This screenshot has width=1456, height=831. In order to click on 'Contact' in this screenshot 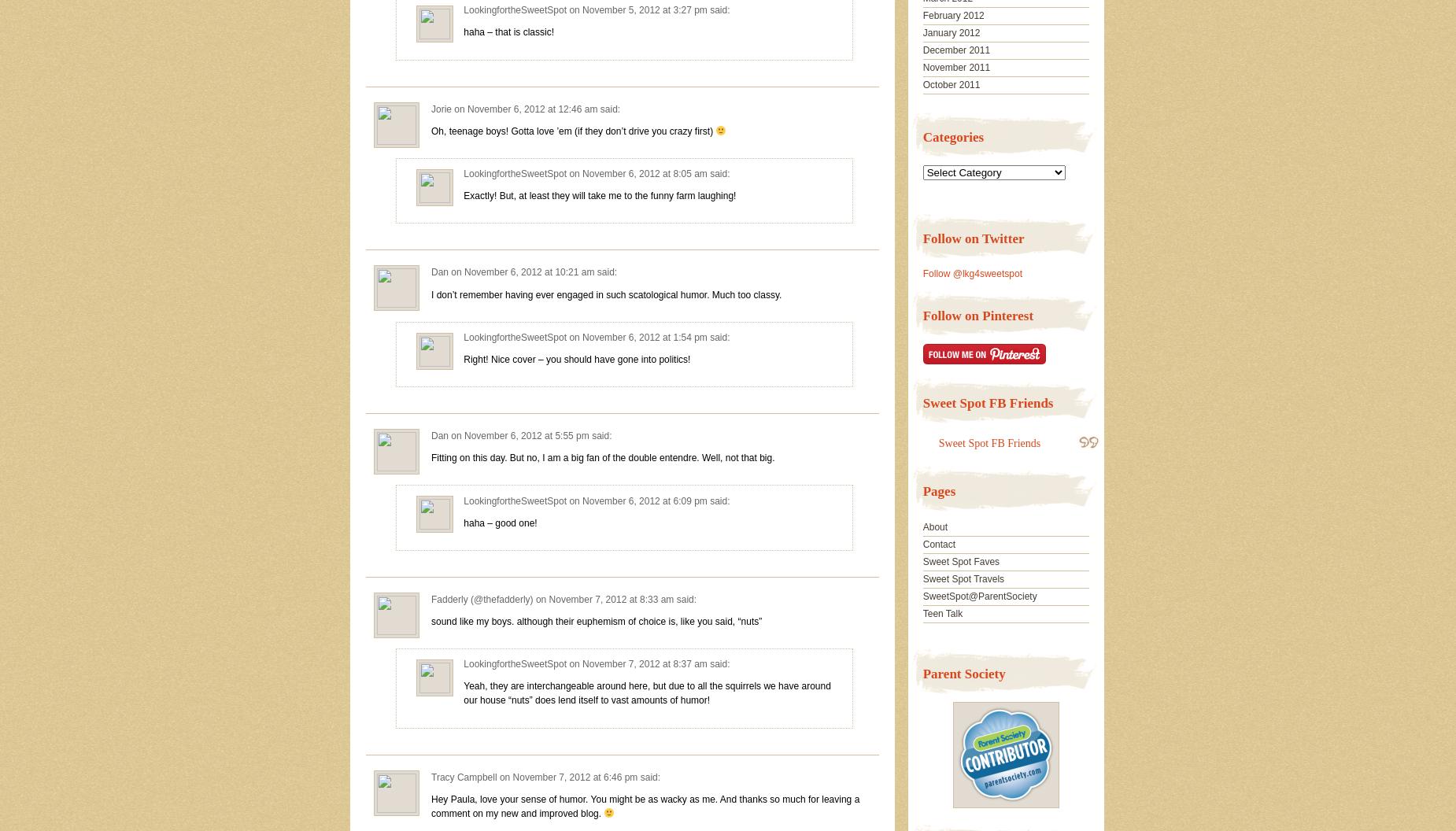, I will do `click(938, 544)`.